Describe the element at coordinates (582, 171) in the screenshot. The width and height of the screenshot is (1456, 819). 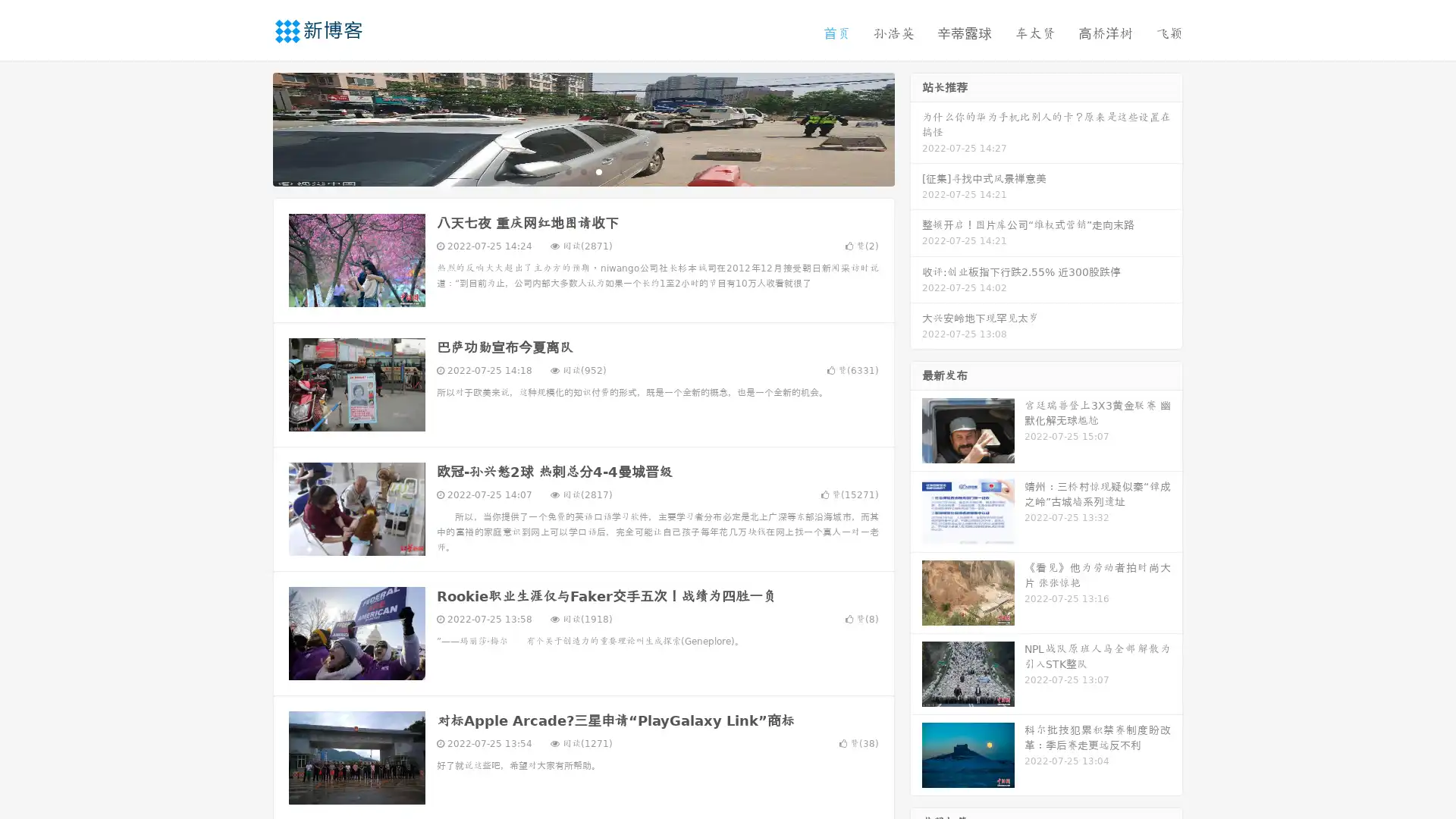
I see `Go to slide 2` at that location.